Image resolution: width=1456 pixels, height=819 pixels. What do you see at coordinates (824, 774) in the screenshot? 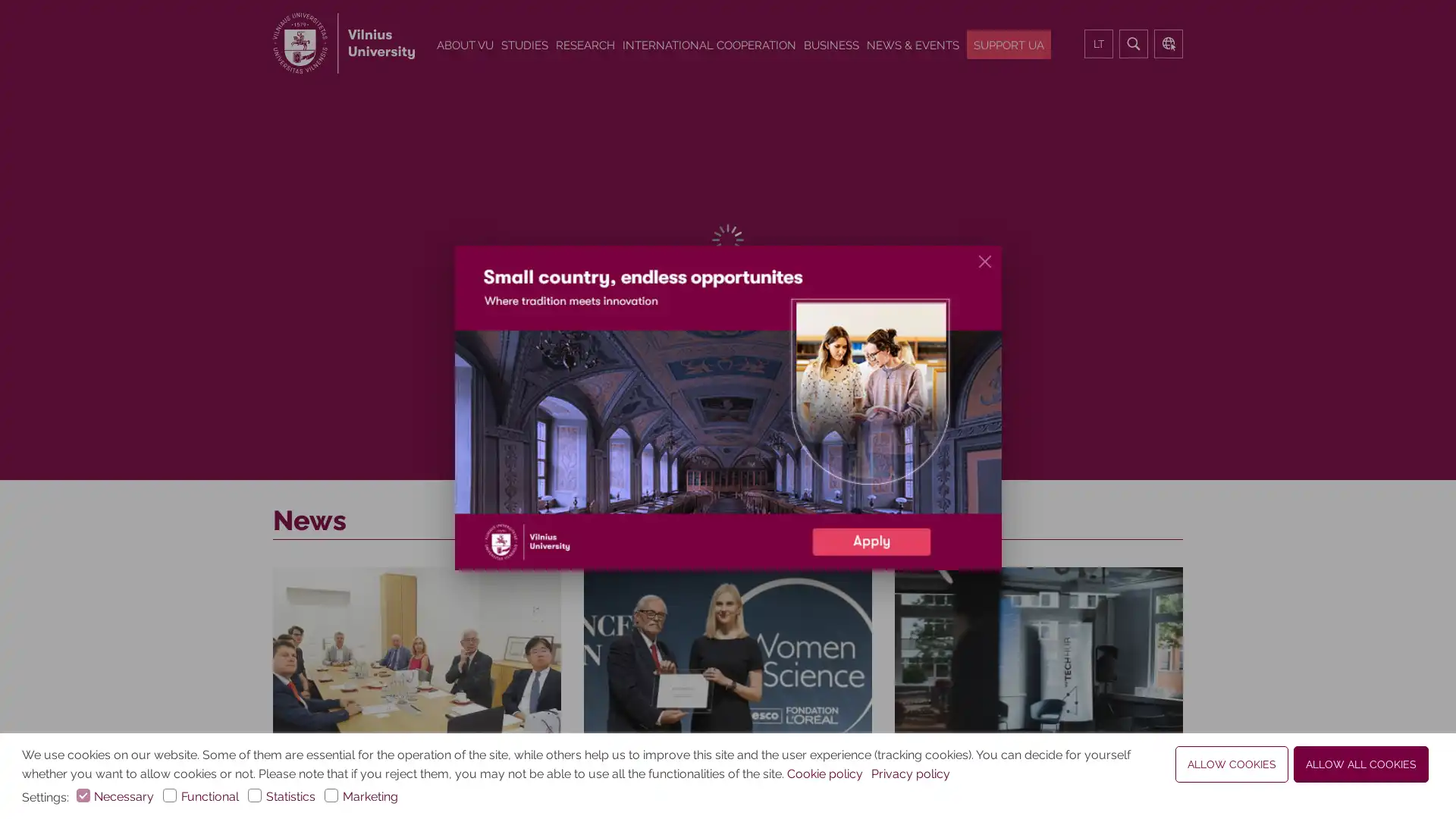
I see `cookie policy` at bounding box center [824, 774].